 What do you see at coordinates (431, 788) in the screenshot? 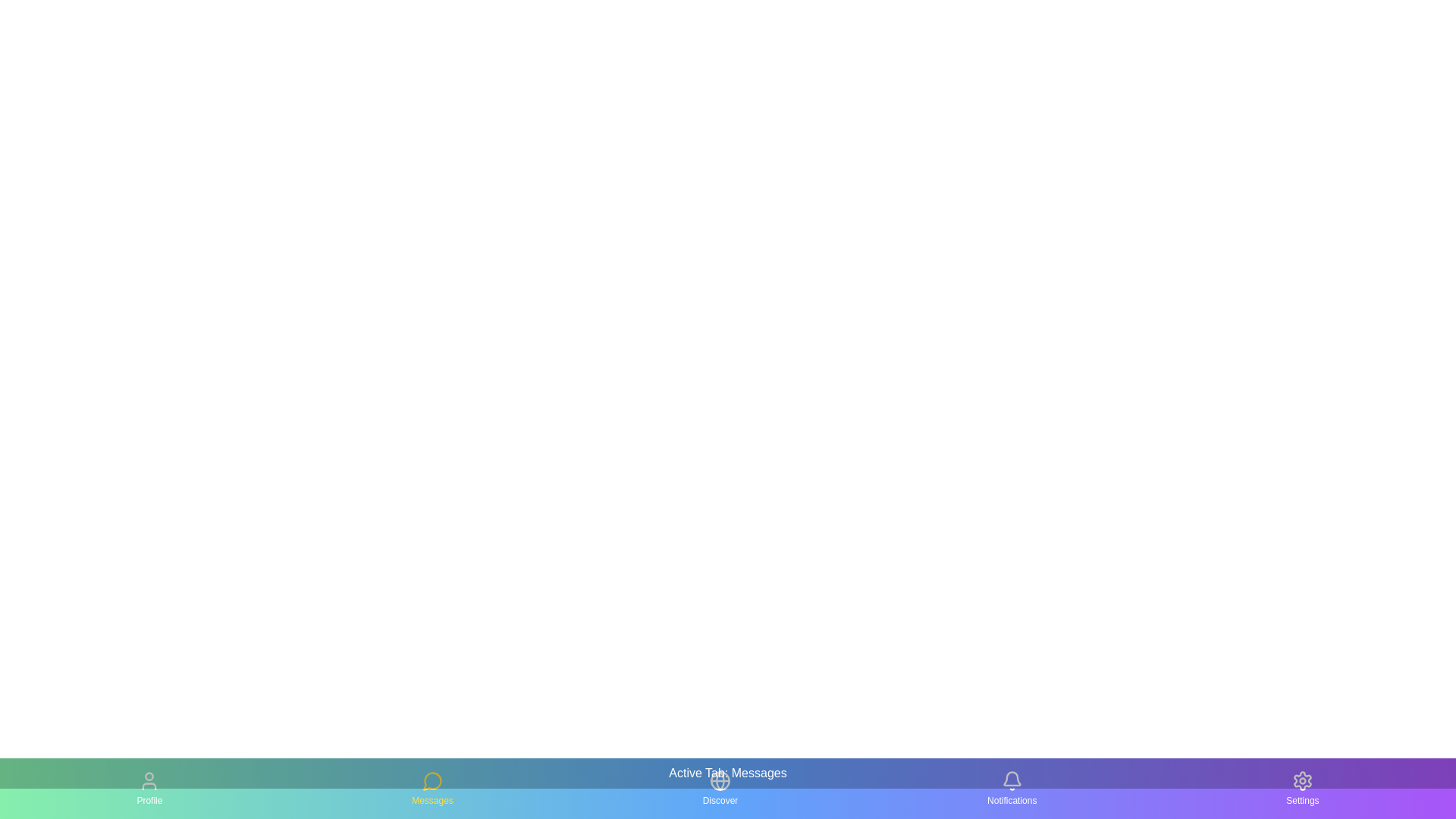
I see `the tab labeled Messages` at bounding box center [431, 788].